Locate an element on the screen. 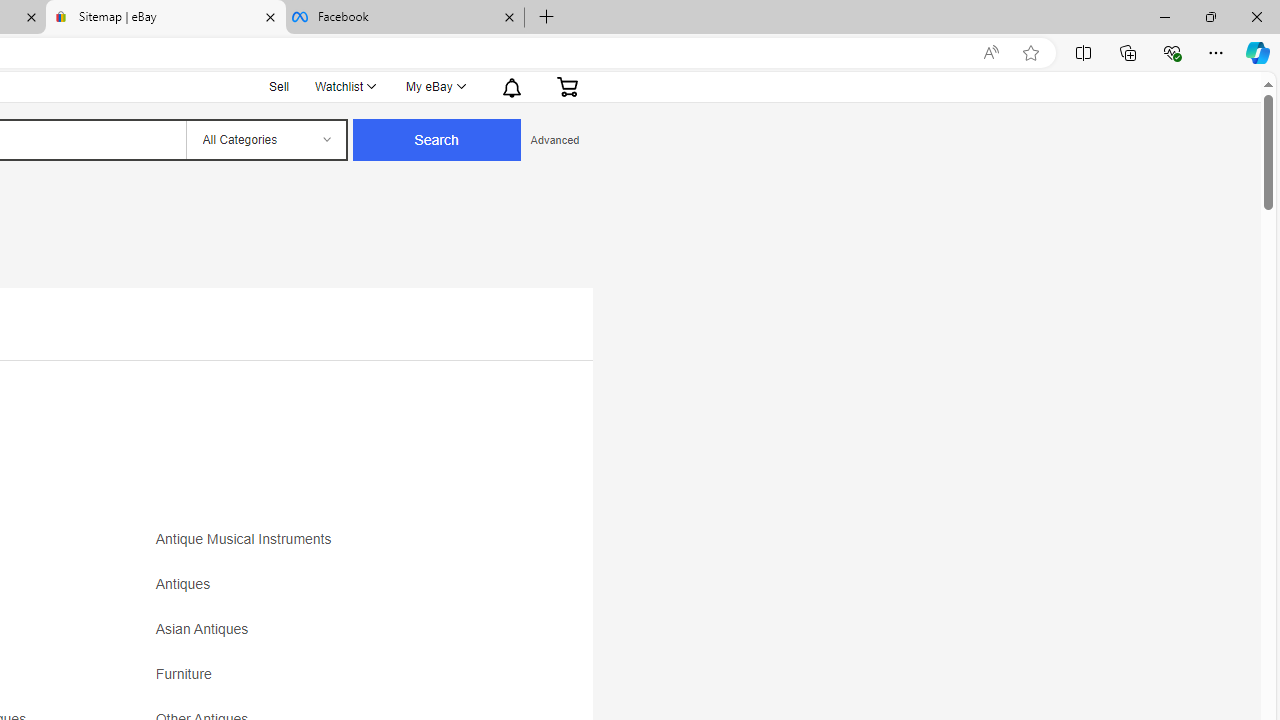 The height and width of the screenshot is (720, 1280). 'Settings and more (Alt+F)' is located at coordinates (1215, 51).